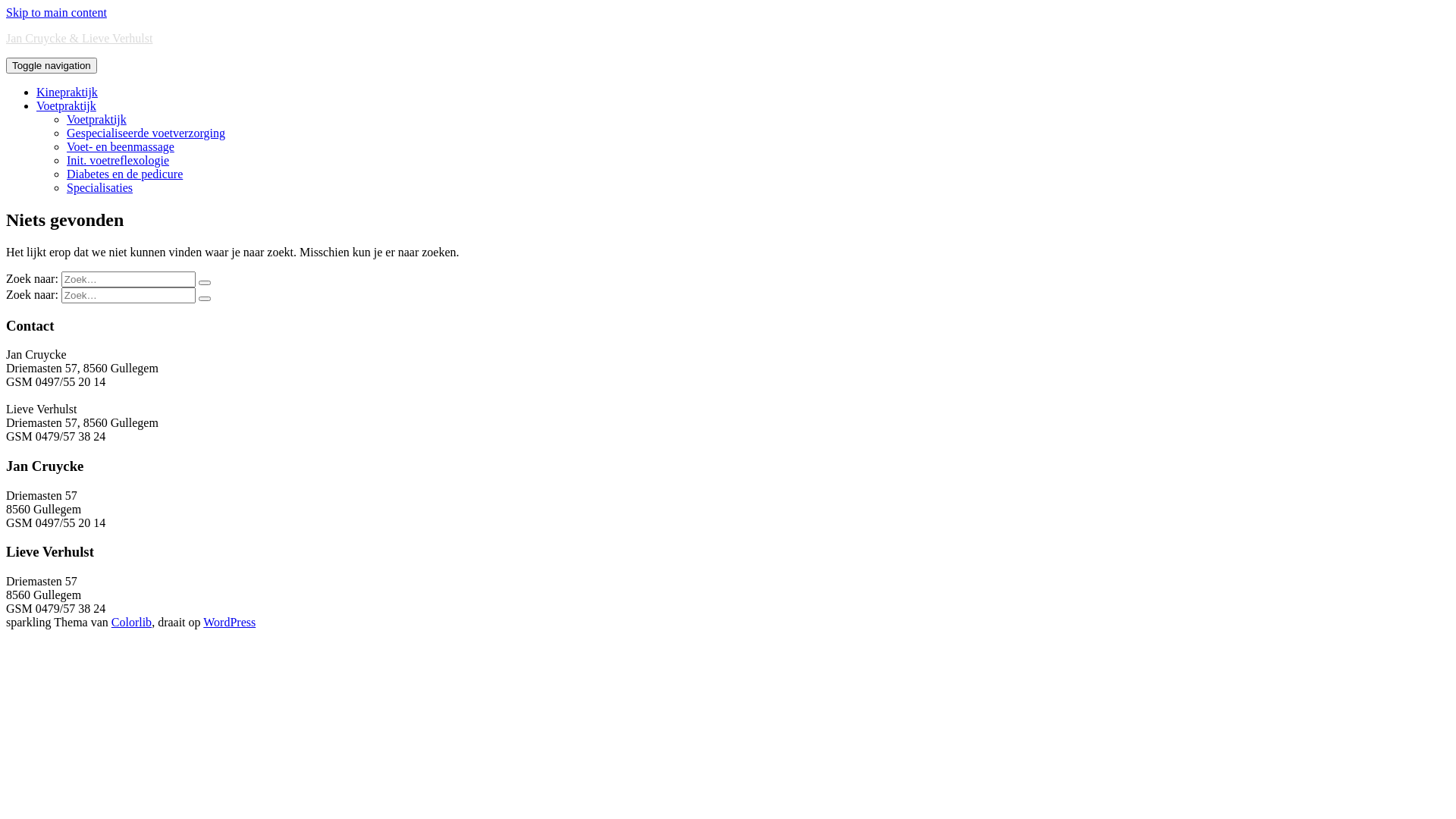  What do you see at coordinates (6, 37) in the screenshot?
I see `'Jan Cruycke & Lieve Verhulst'` at bounding box center [6, 37].